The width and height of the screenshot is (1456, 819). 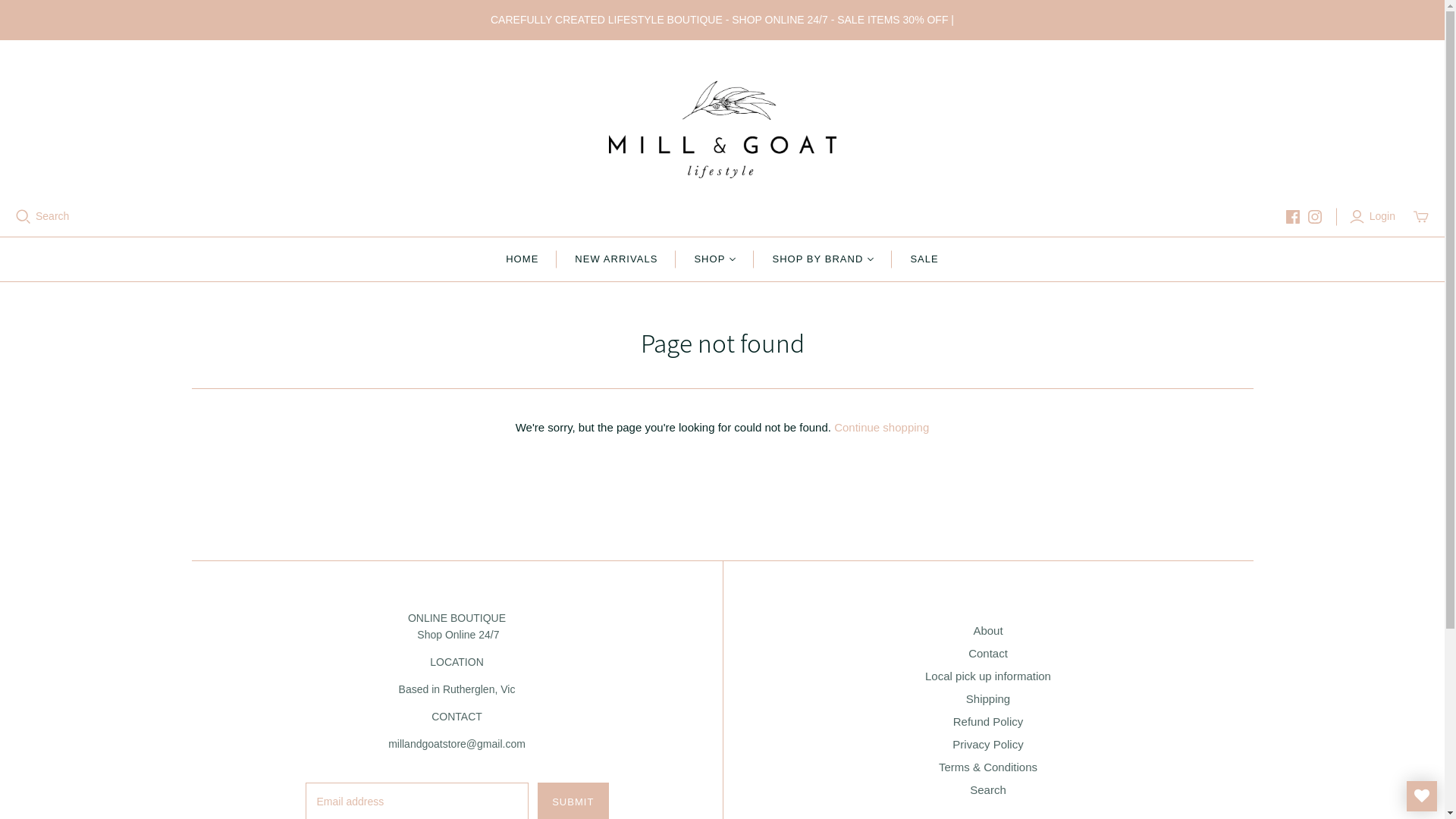 I want to click on 'SALE', so click(x=923, y=259).